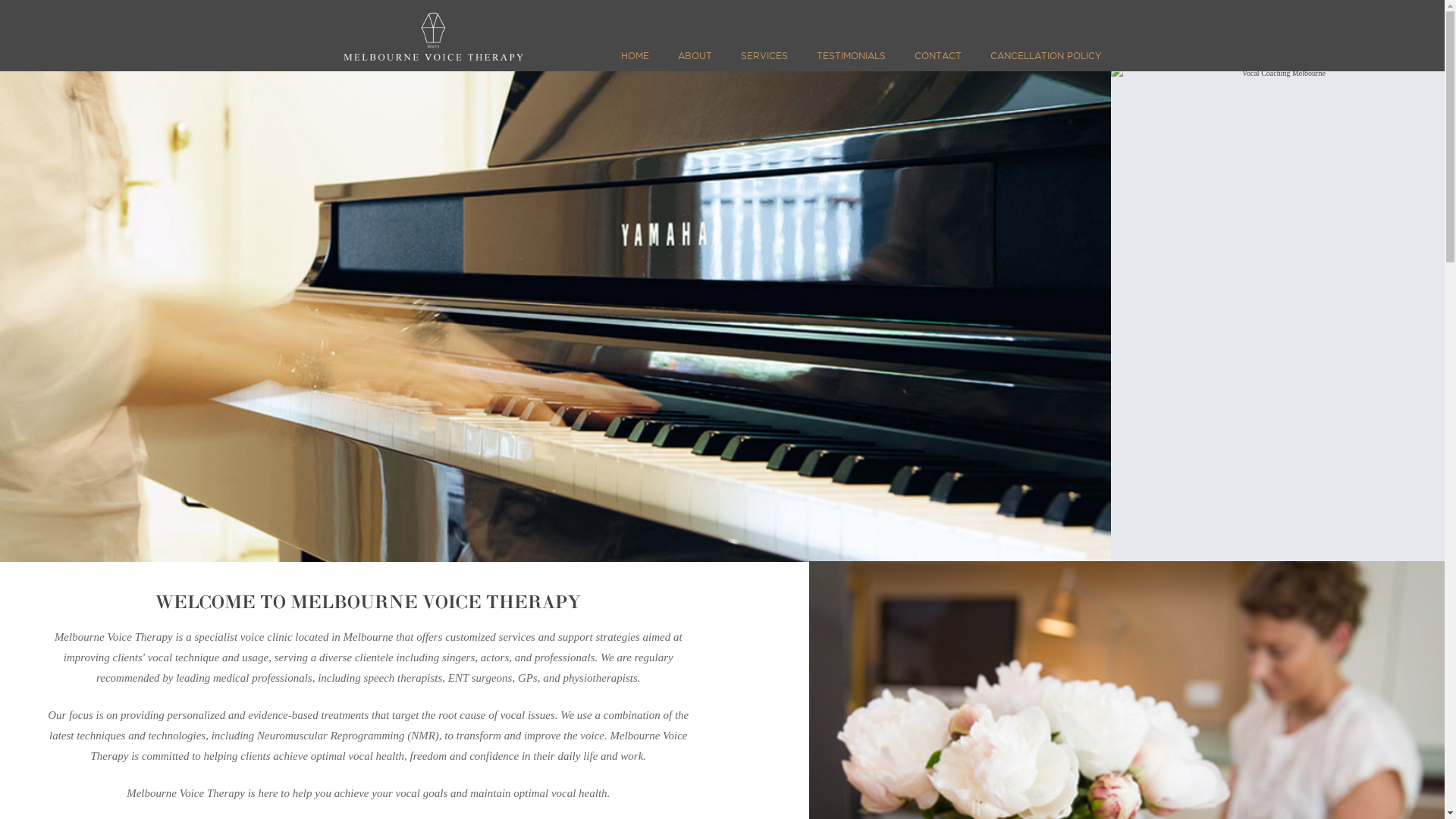 The image size is (1456, 819). What do you see at coordinates (764, 61) in the screenshot?
I see `'SERVICES'` at bounding box center [764, 61].